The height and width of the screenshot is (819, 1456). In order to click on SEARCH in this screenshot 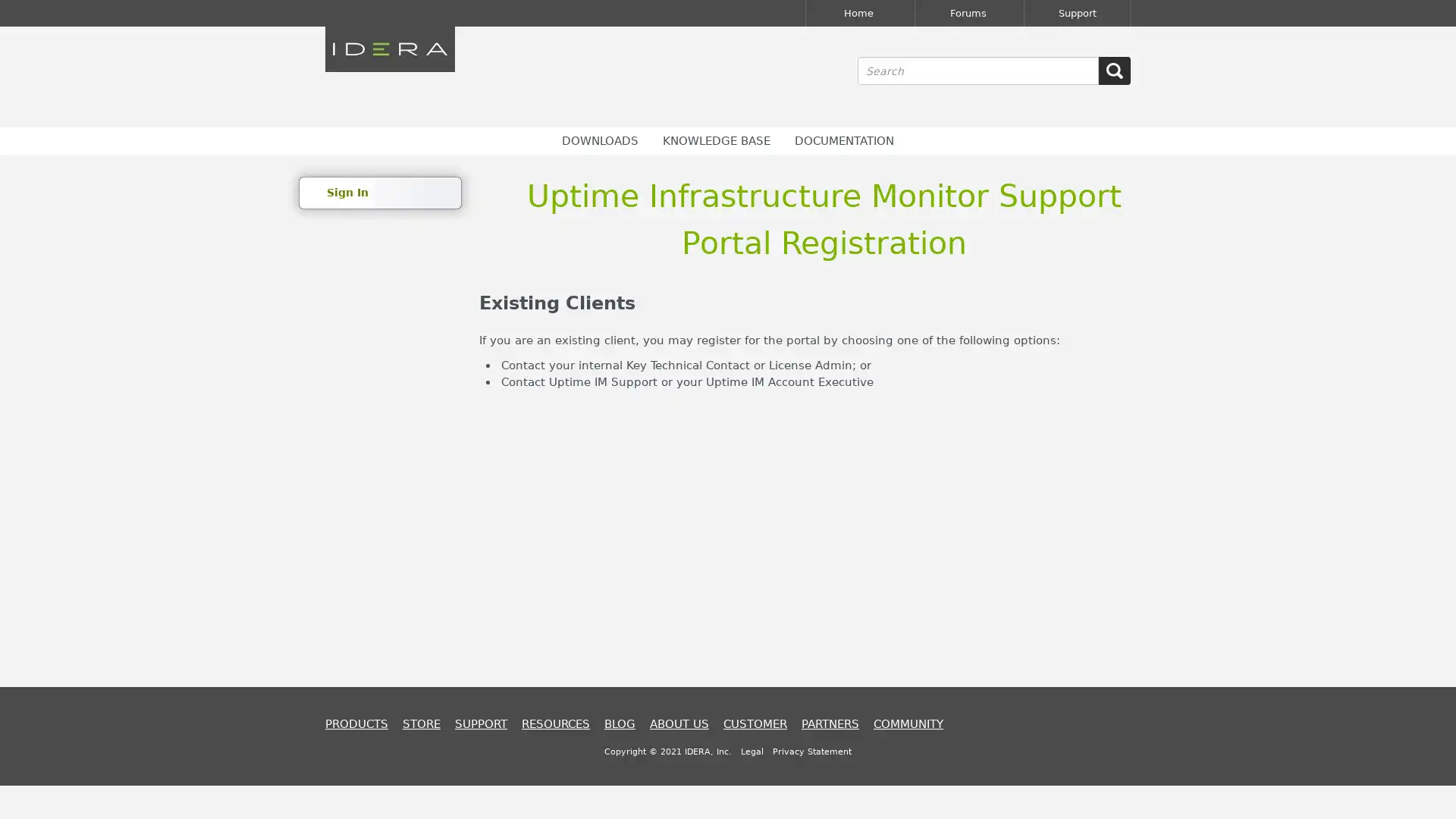, I will do `click(1114, 71)`.